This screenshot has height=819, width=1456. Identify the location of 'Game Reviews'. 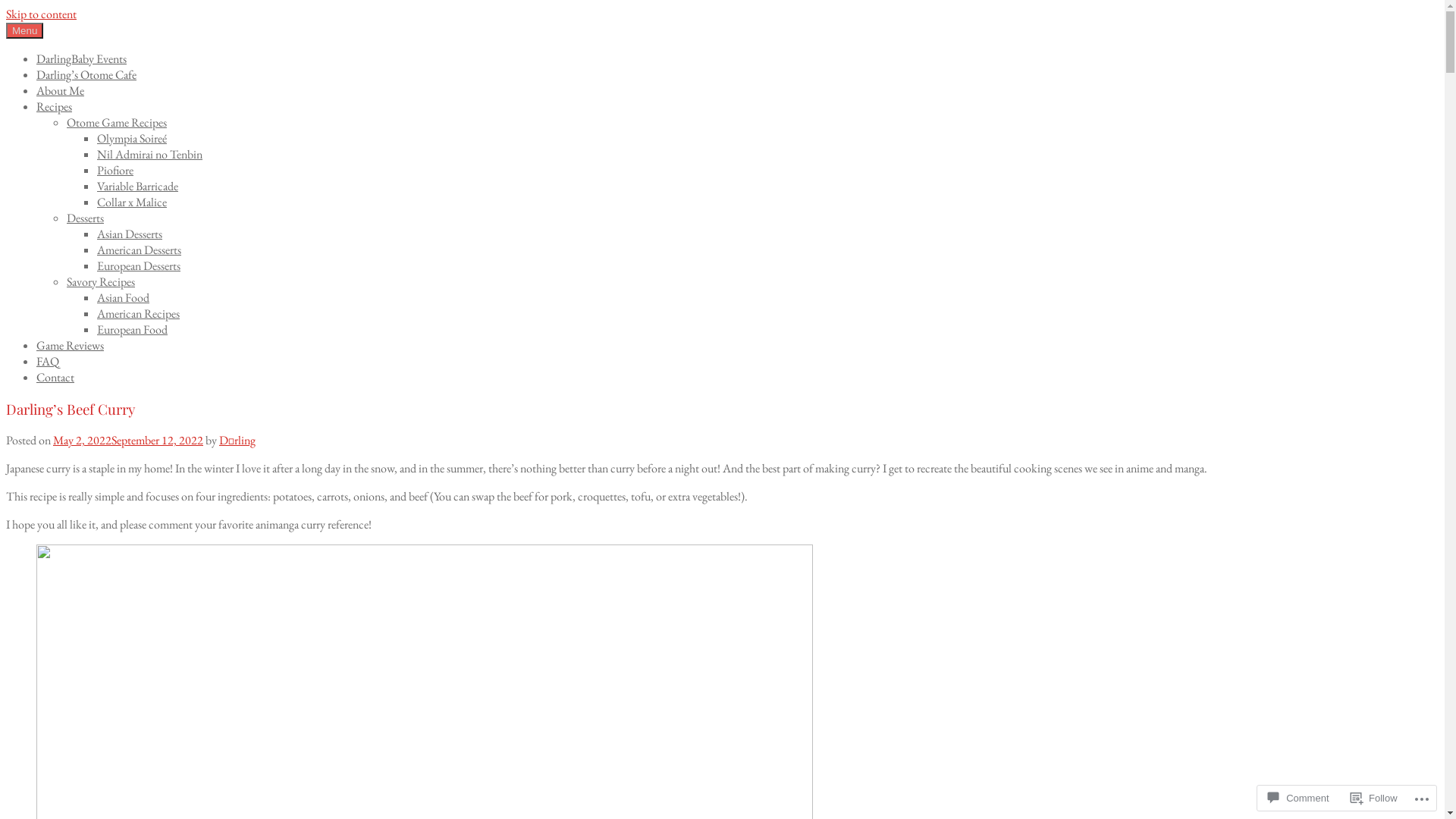
(69, 345).